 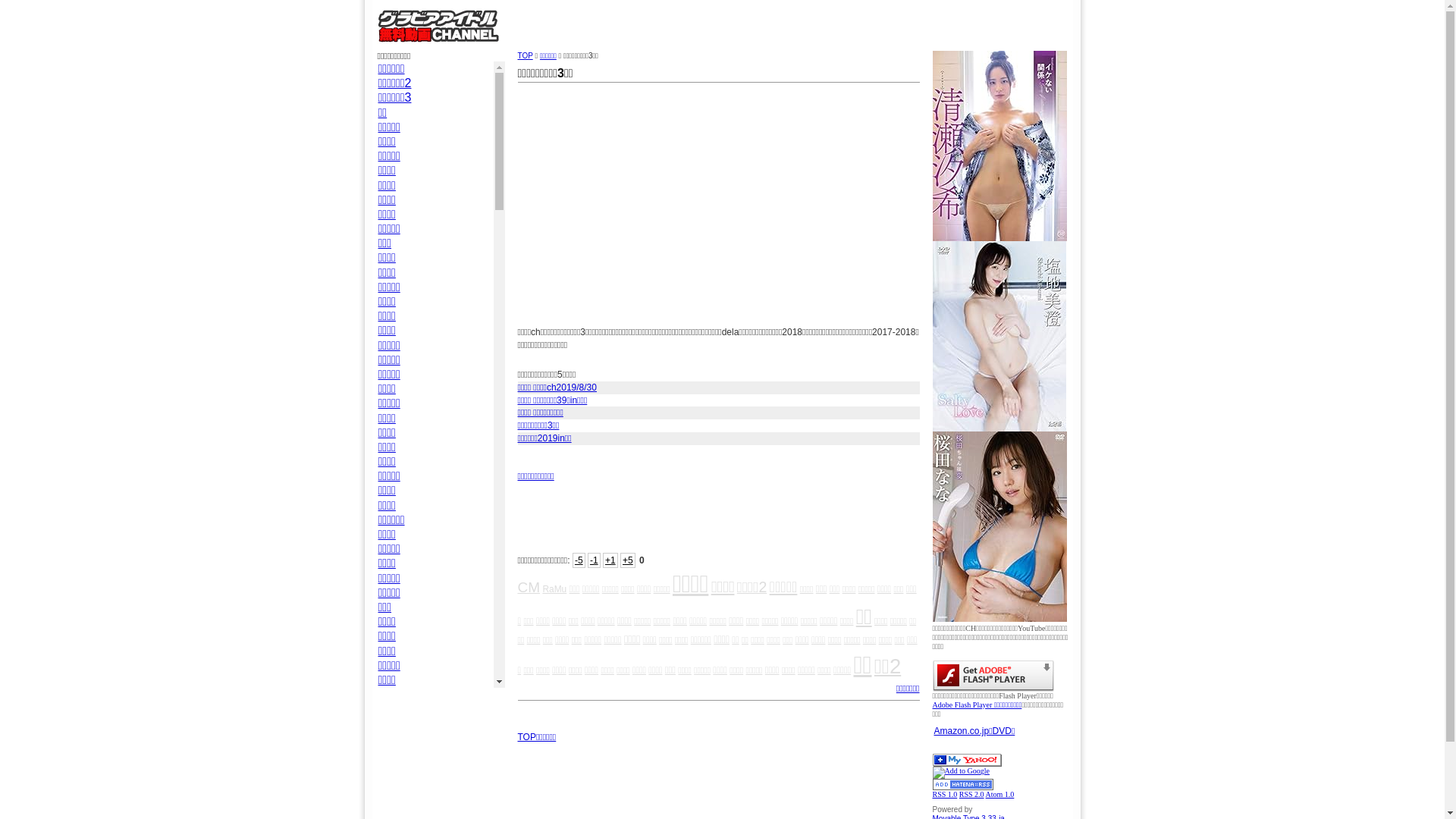 I want to click on 'CM', so click(x=528, y=586).